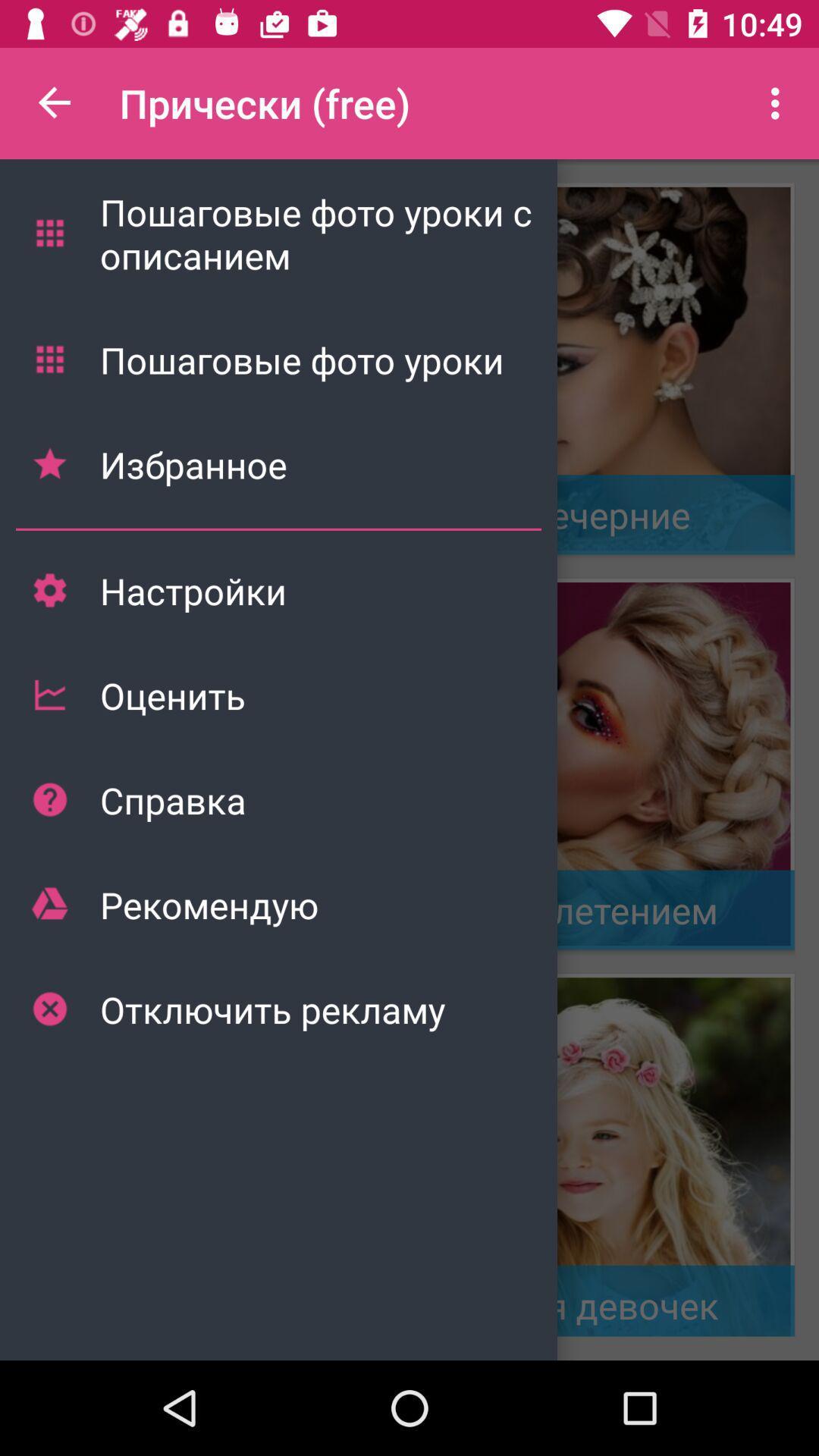 This screenshot has width=819, height=1456. Describe the element at coordinates (49, 904) in the screenshot. I see `last but one icon` at that location.